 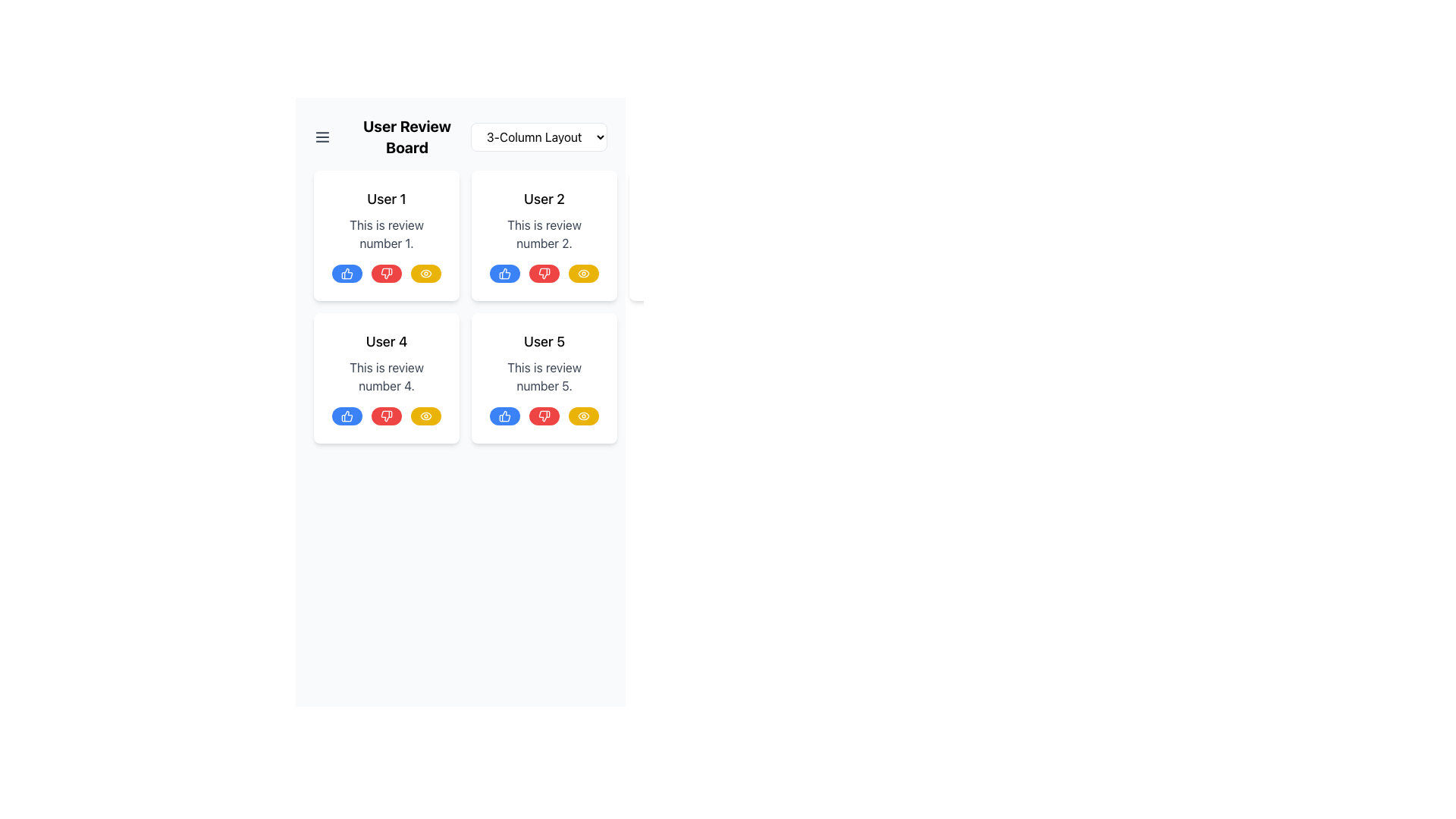 I want to click on the blue thumbs-up icon button in the user review card titled 'User 5', so click(x=504, y=416).